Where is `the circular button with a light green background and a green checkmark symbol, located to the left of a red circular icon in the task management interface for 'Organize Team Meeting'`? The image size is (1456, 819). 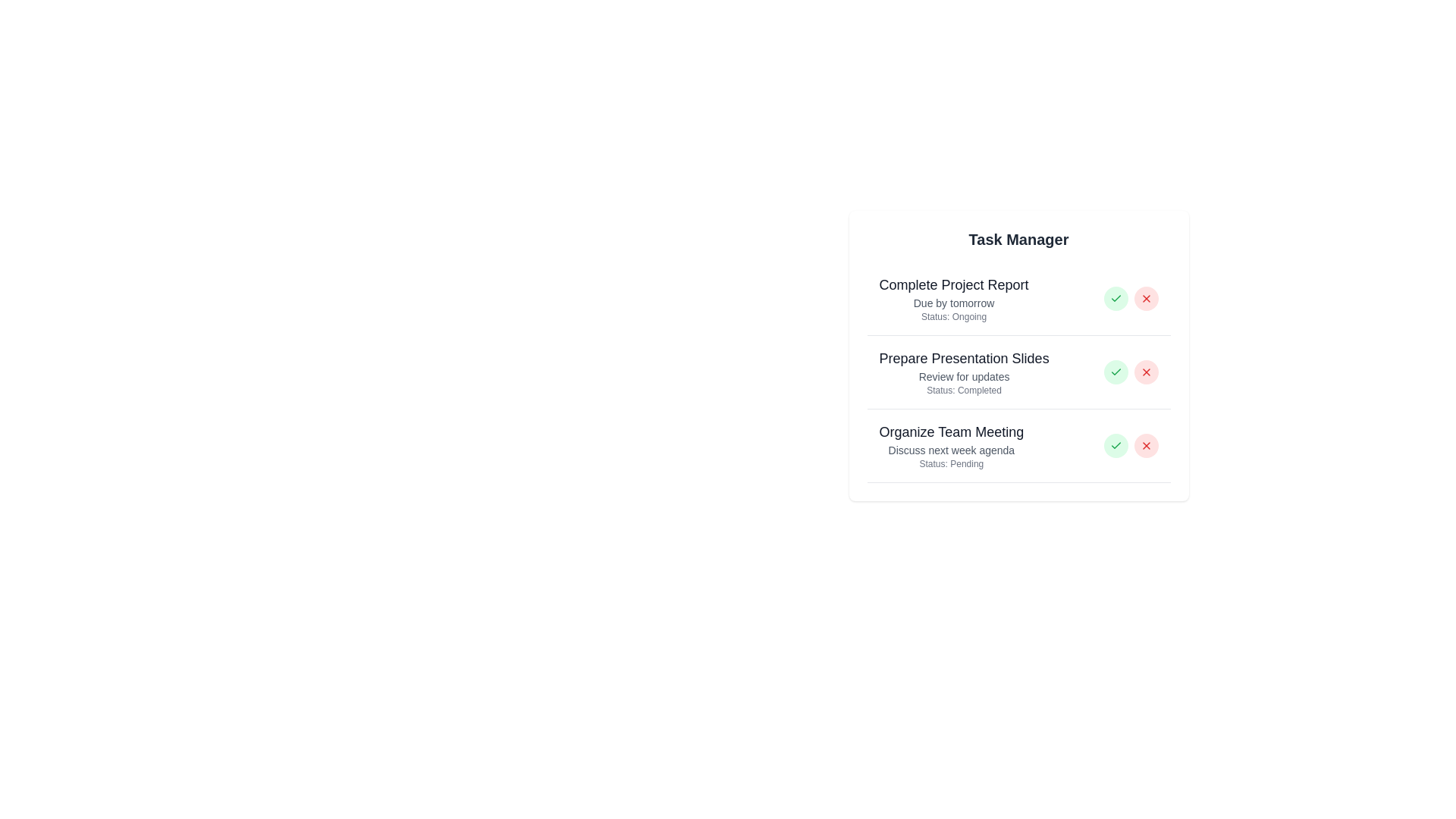 the circular button with a light green background and a green checkmark symbol, located to the left of a red circular icon in the task management interface for 'Organize Team Meeting' is located at coordinates (1116, 444).